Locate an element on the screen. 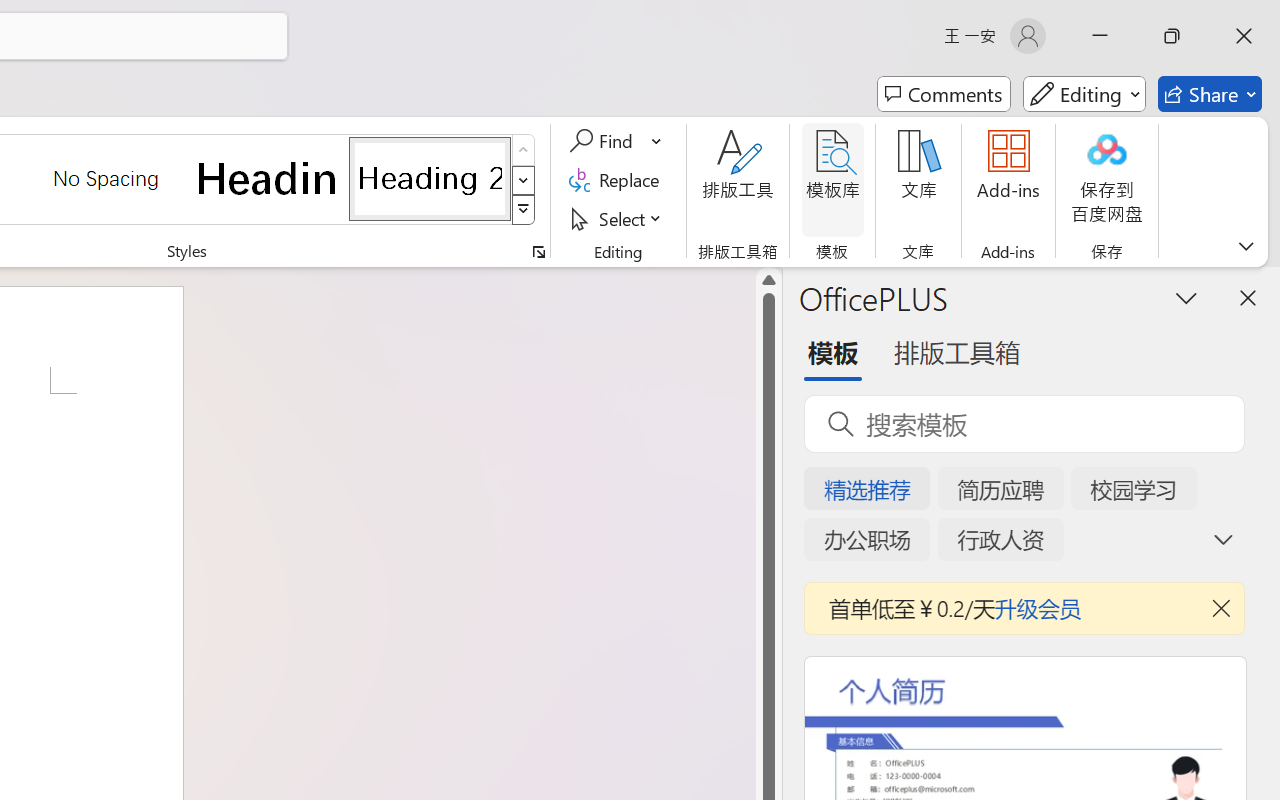 This screenshot has height=800, width=1280. 'Minimize' is located at coordinates (1099, 35).